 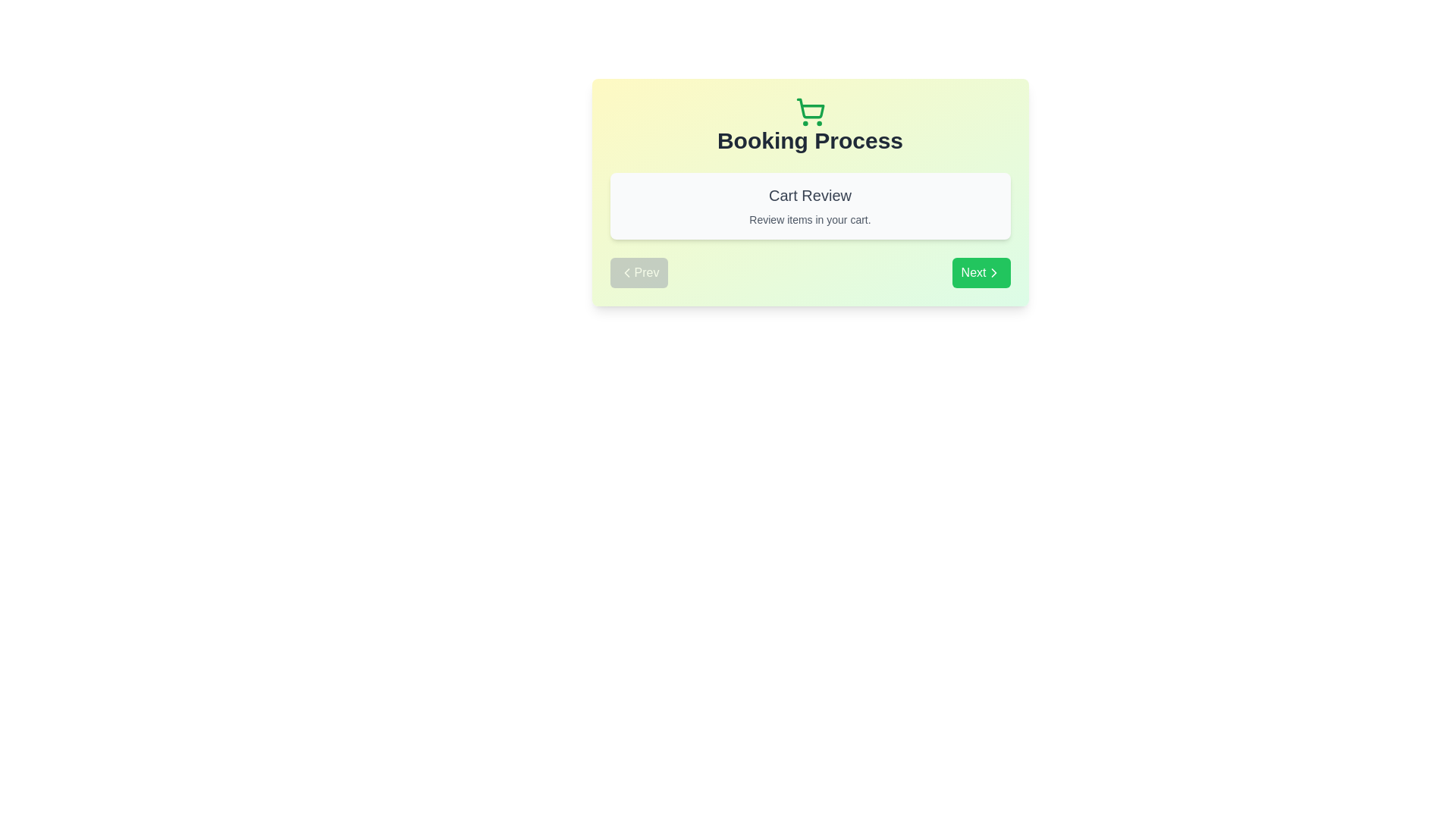 What do you see at coordinates (993, 271) in the screenshot?
I see `the chevron-shaped vector graphic resembling a rightward-pointing arrow, which is part of the 'Next' button in the bottom right region of the interface` at bounding box center [993, 271].